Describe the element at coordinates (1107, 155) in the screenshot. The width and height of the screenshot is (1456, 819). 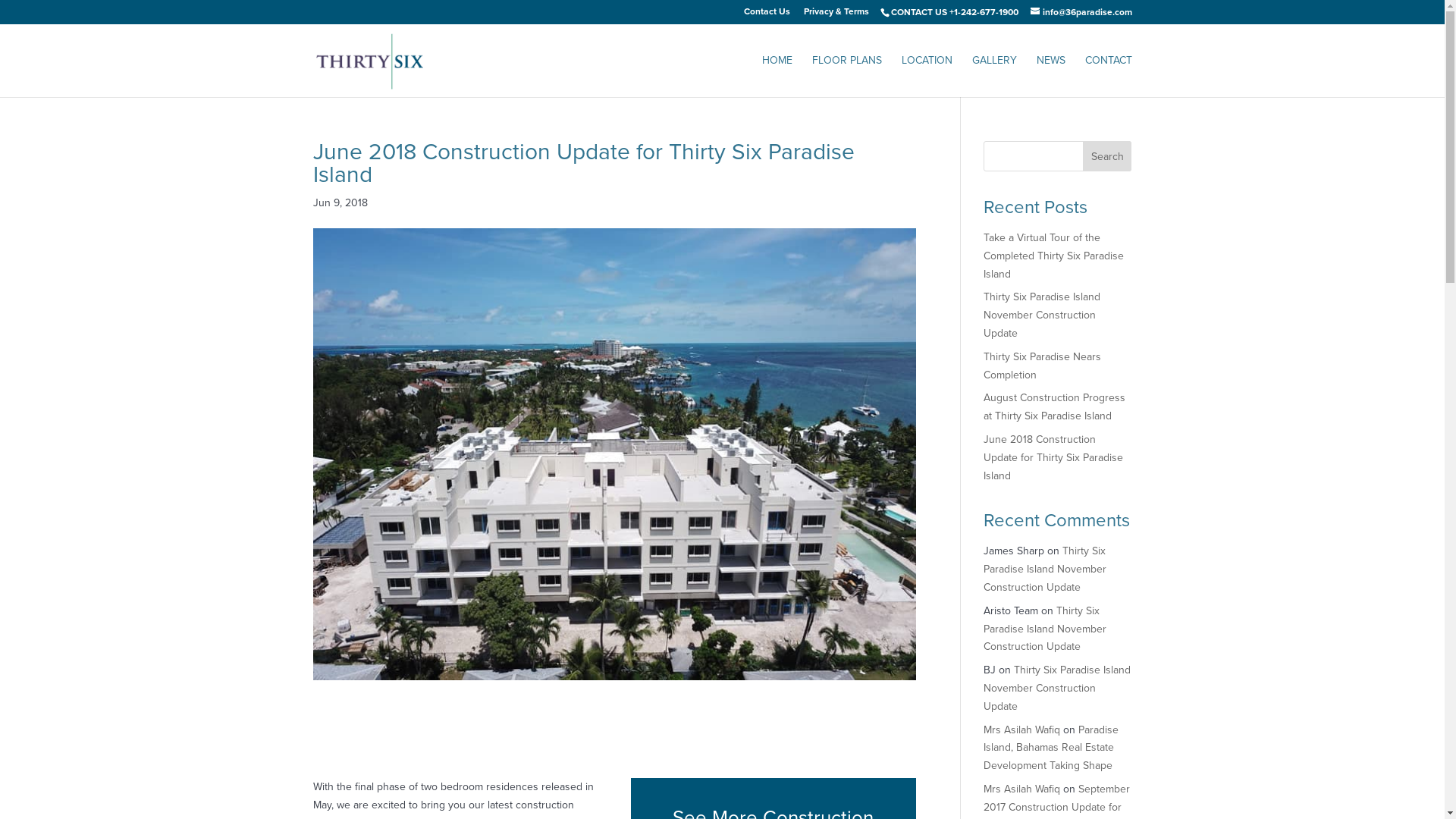
I see `'Search'` at that location.